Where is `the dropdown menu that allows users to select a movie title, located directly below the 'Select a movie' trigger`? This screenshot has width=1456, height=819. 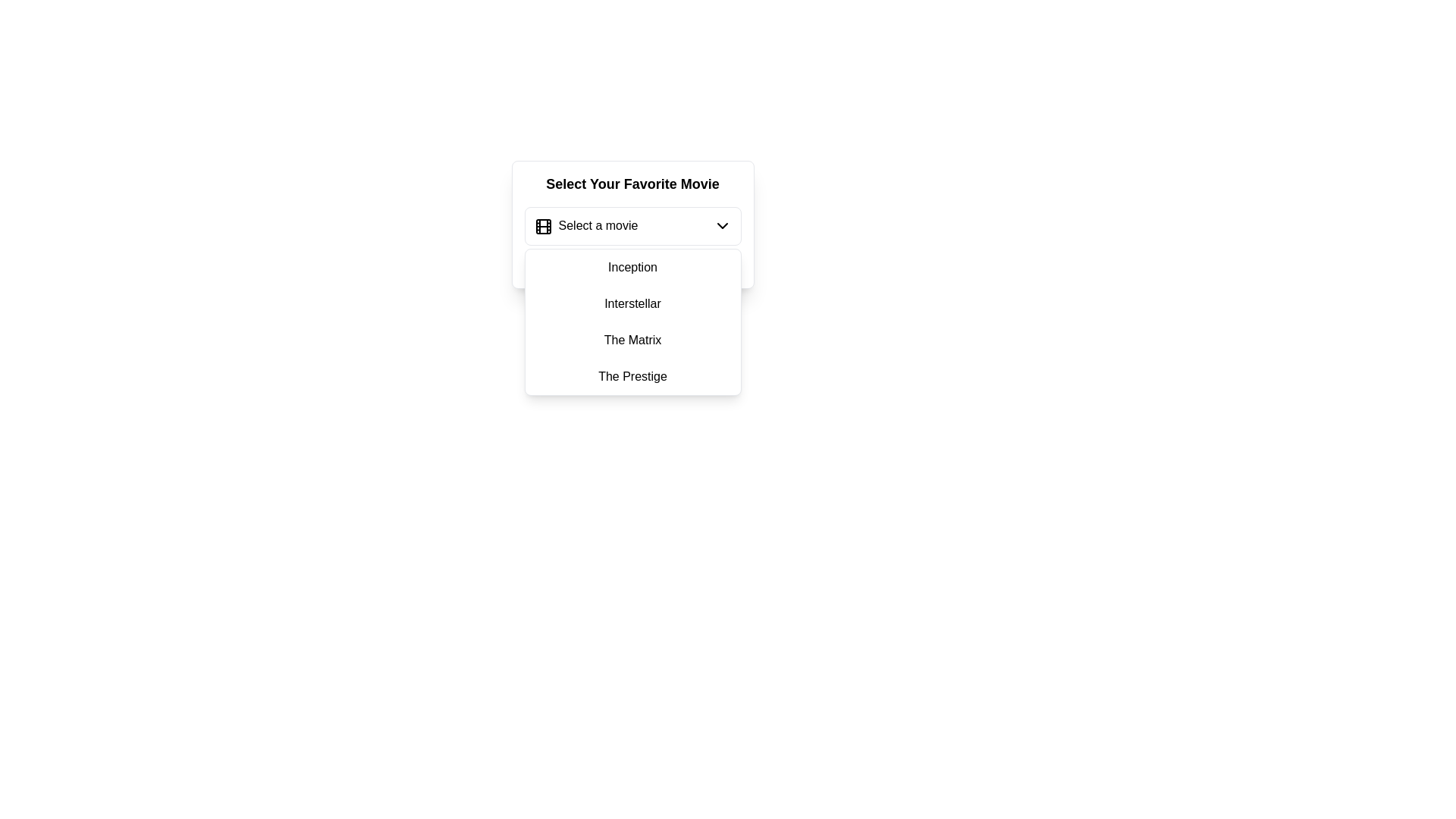 the dropdown menu that allows users to select a movie title, located directly below the 'Select a movie' trigger is located at coordinates (632, 321).